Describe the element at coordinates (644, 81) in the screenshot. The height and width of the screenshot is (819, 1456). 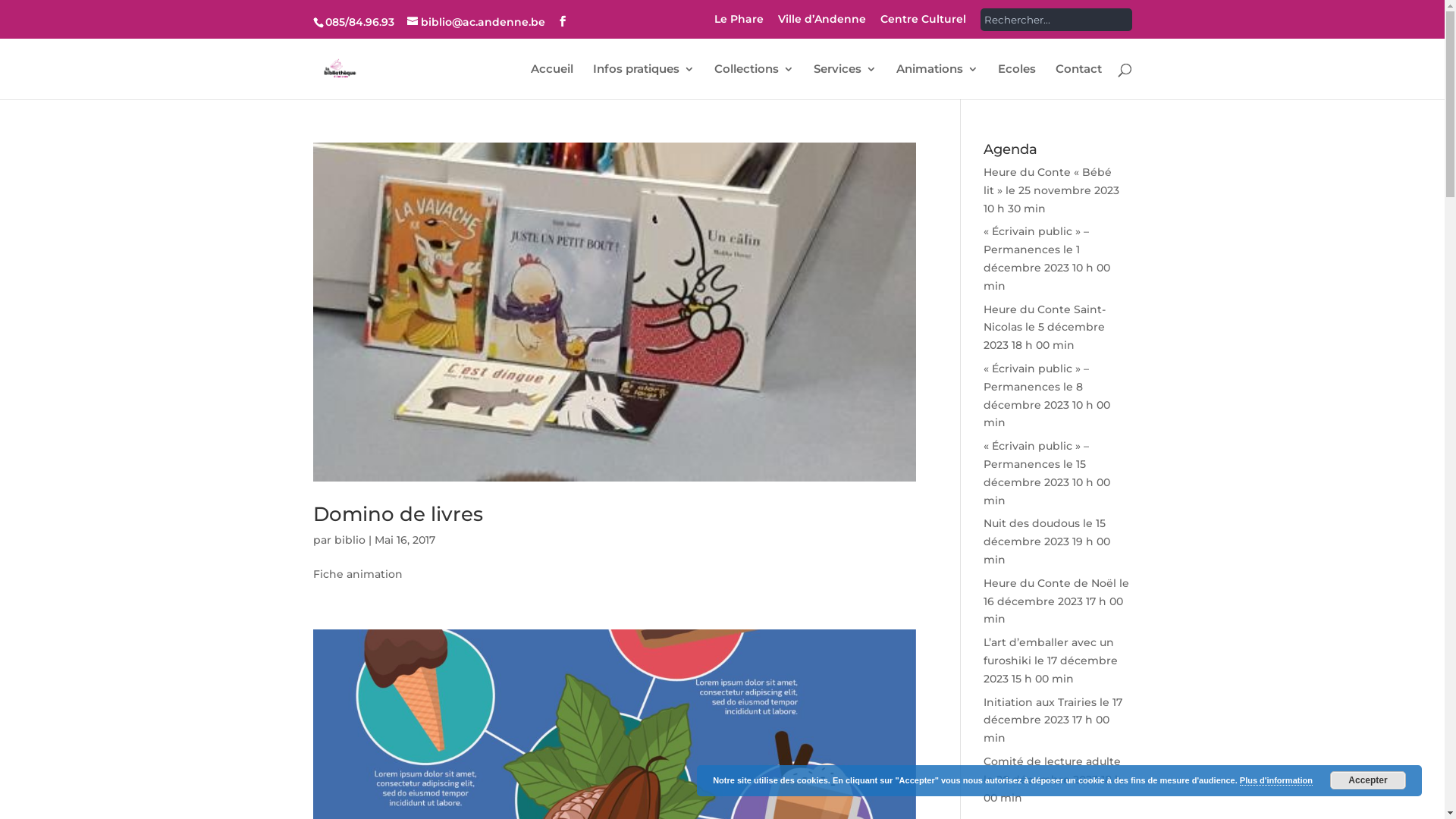
I see `'Infos pratiques'` at that location.